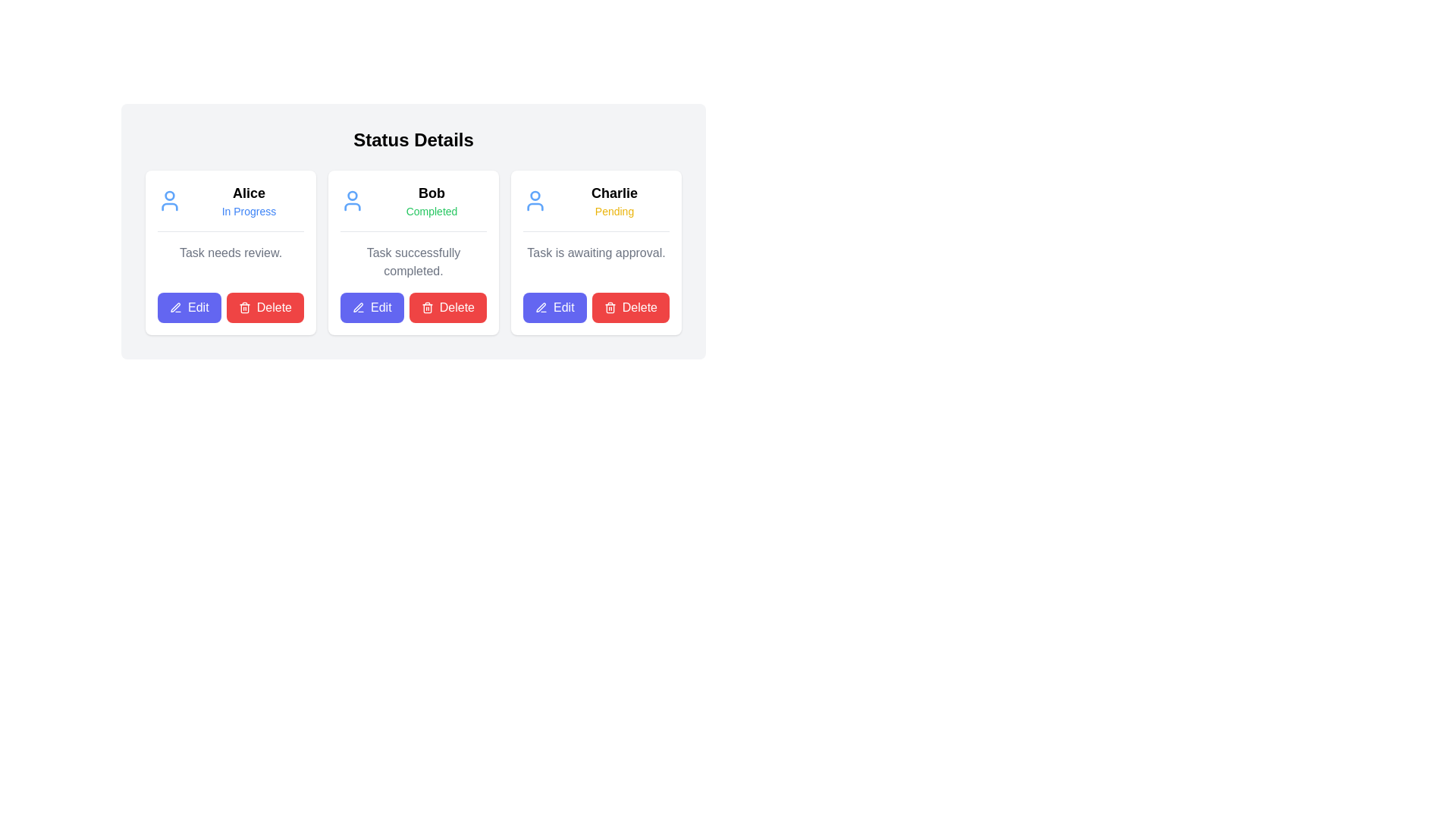 The width and height of the screenshot is (1456, 819). Describe the element at coordinates (352, 200) in the screenshot. I see `the blue SVG icon representing a user profile picture, located to the left of the text 'Bob' and 'Completed' in the second column of the 'Status Details' interface` at that location.